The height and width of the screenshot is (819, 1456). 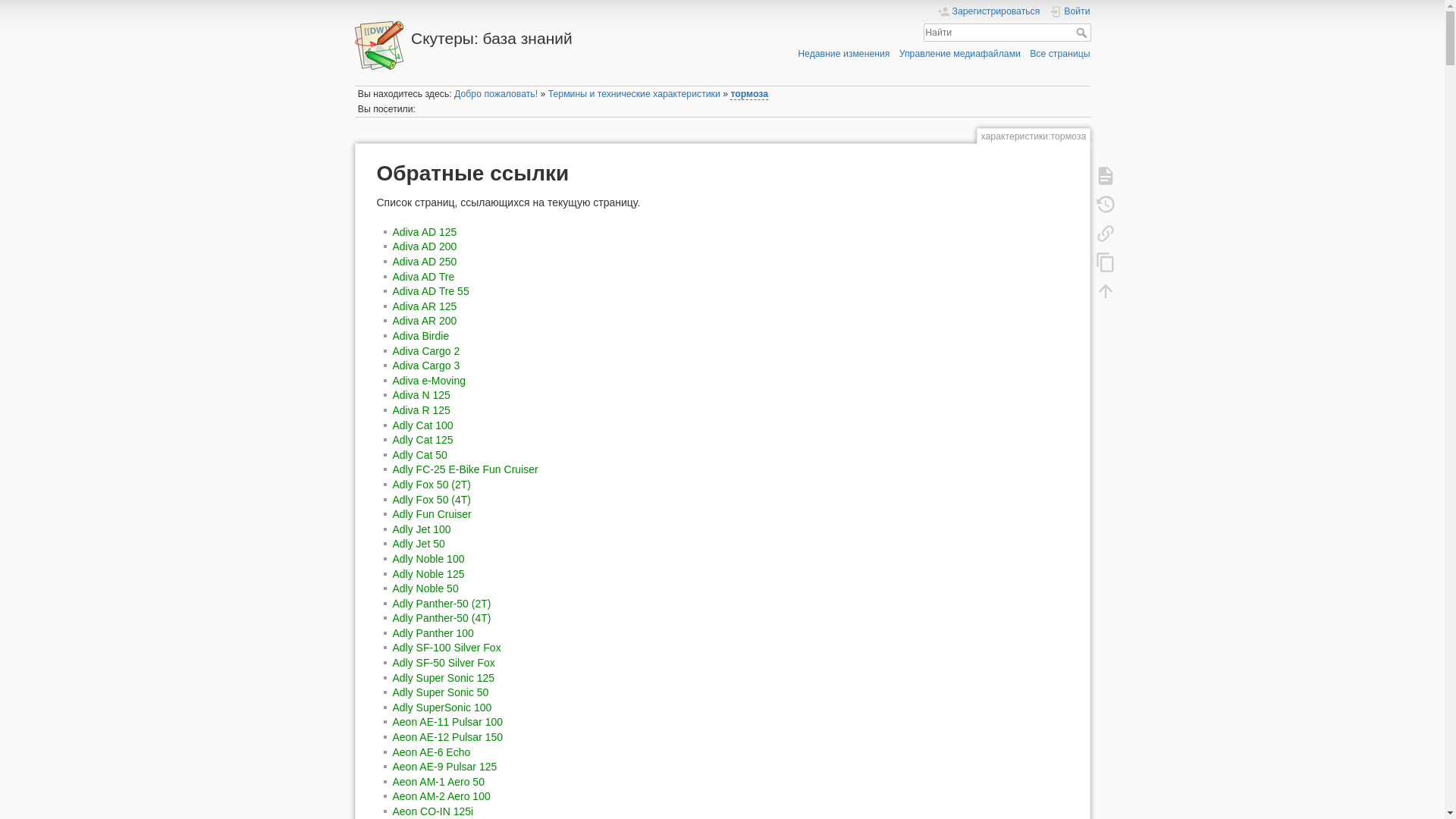 What do you see at coordinates (441, 617) in the screenshot?
I see `'Adly Panther-50 (4T)'` at bounding box center [441, 617].